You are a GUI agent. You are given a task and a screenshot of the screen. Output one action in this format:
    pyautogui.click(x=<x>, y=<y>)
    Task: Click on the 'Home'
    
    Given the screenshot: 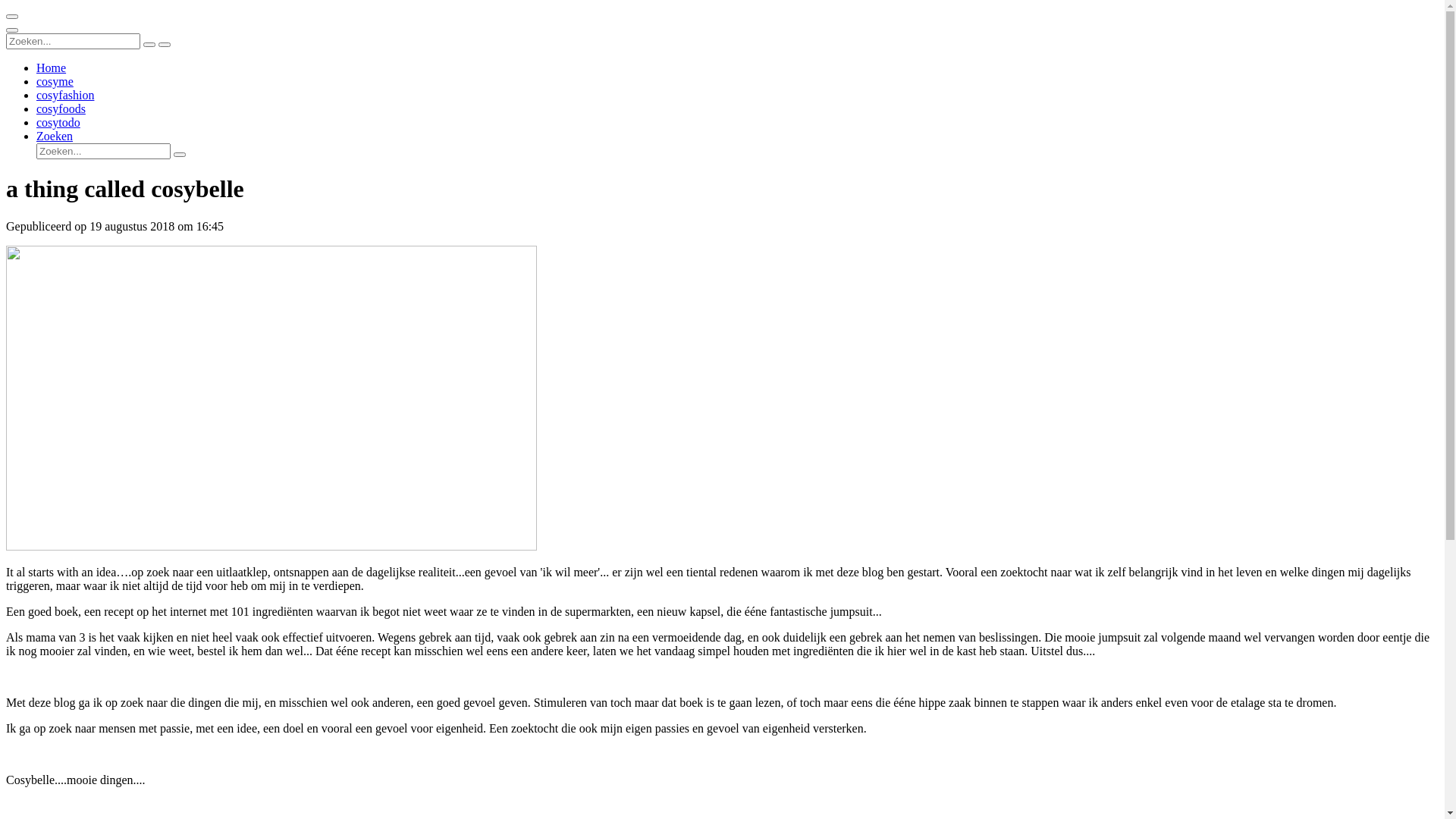 What is the action you would take?
    pyautogui.click(x=51, y=67)
    